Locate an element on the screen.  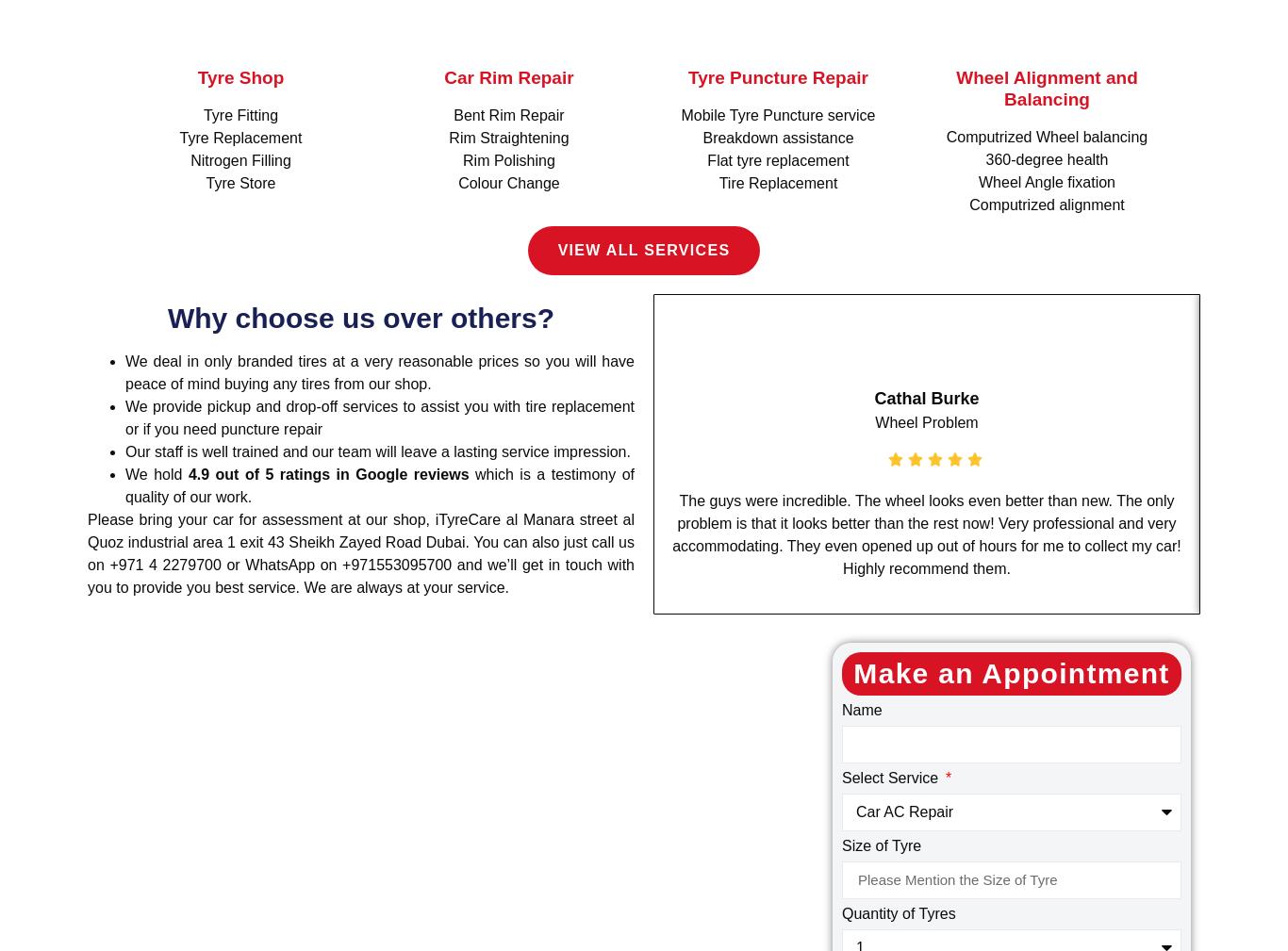
'Why choose us over others?' is located at coordinates (359, 316).